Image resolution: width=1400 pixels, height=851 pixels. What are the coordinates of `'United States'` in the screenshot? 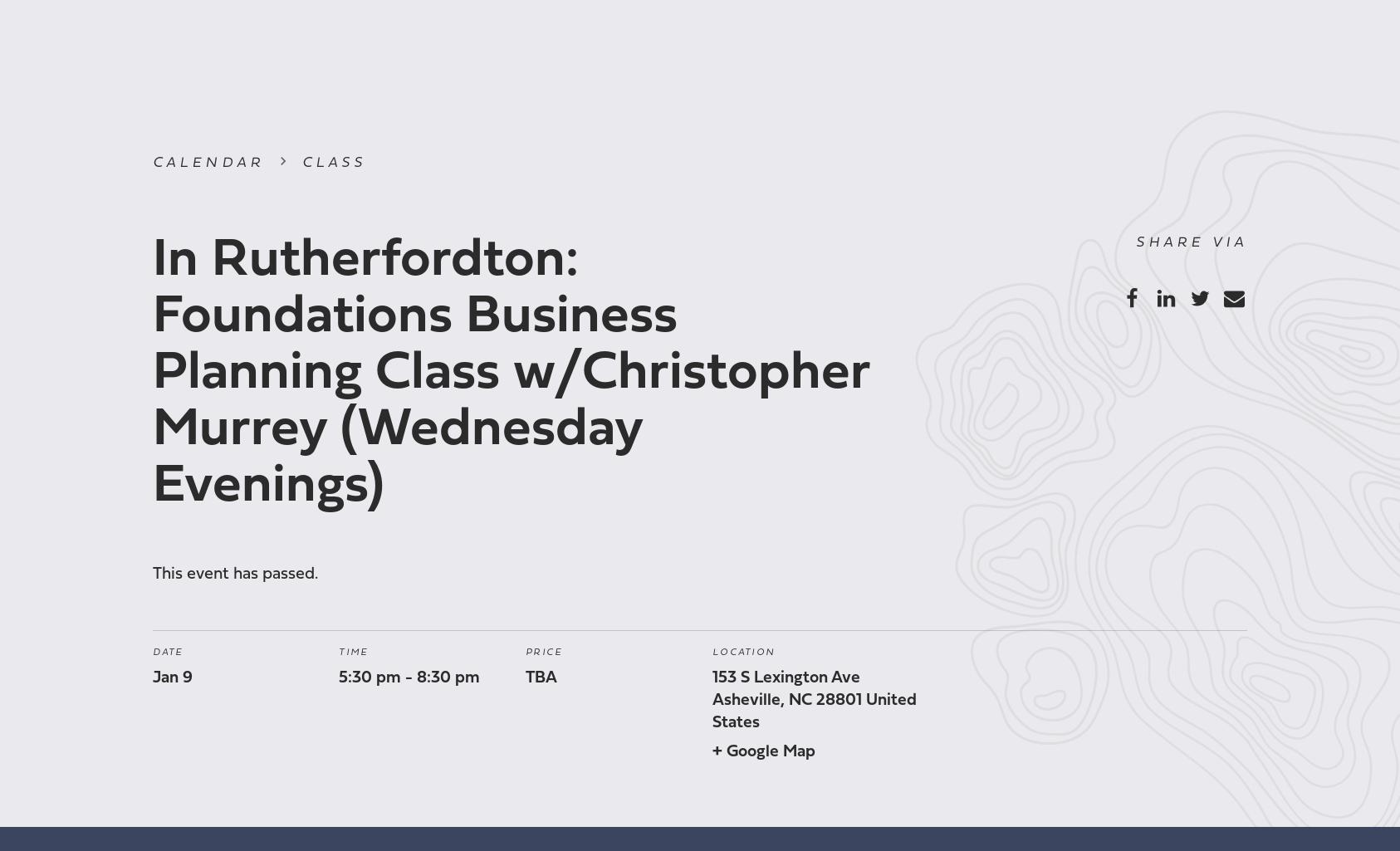 It's located at (813, 712).